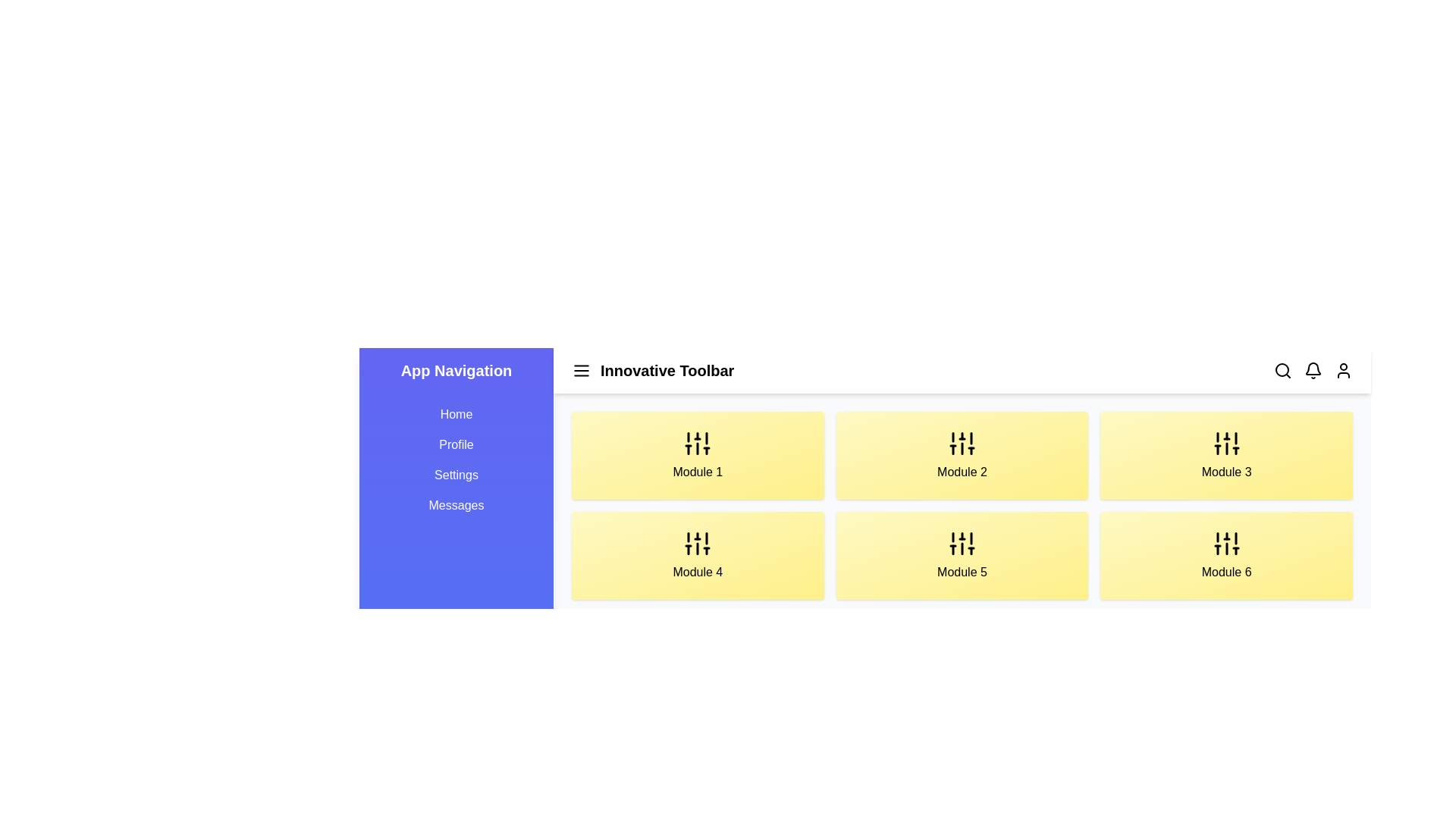  Describe the element at coordinates (581, 371) in the screenshot. I see `the menu icon to toggle the sidebar visibility` at that location.